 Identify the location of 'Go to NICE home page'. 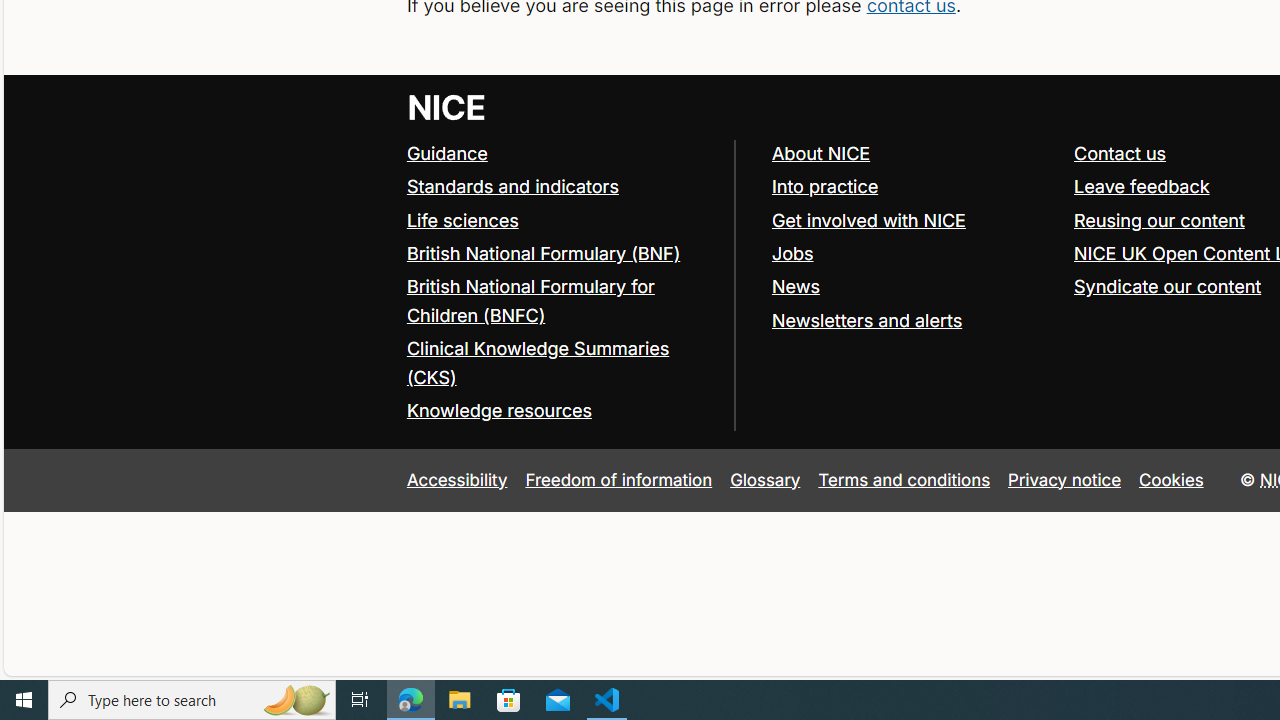
(445, 106).